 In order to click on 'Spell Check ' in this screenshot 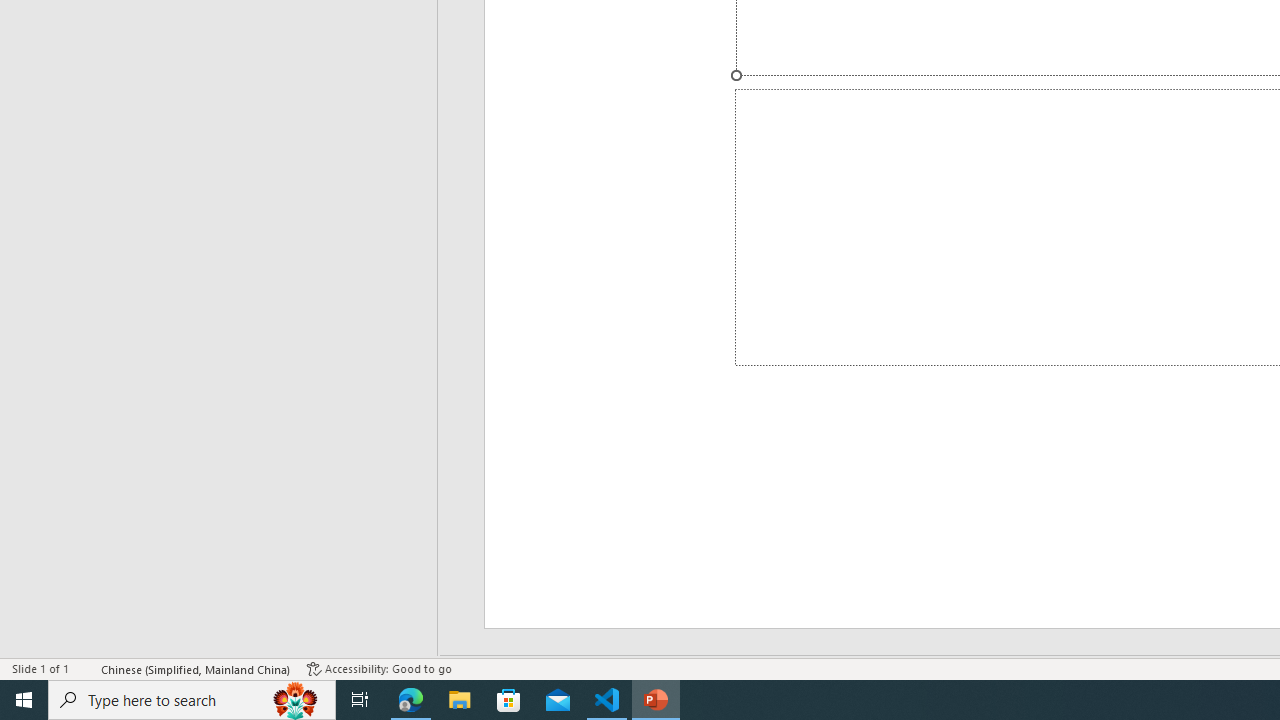, I will do `click(85, 669)`.